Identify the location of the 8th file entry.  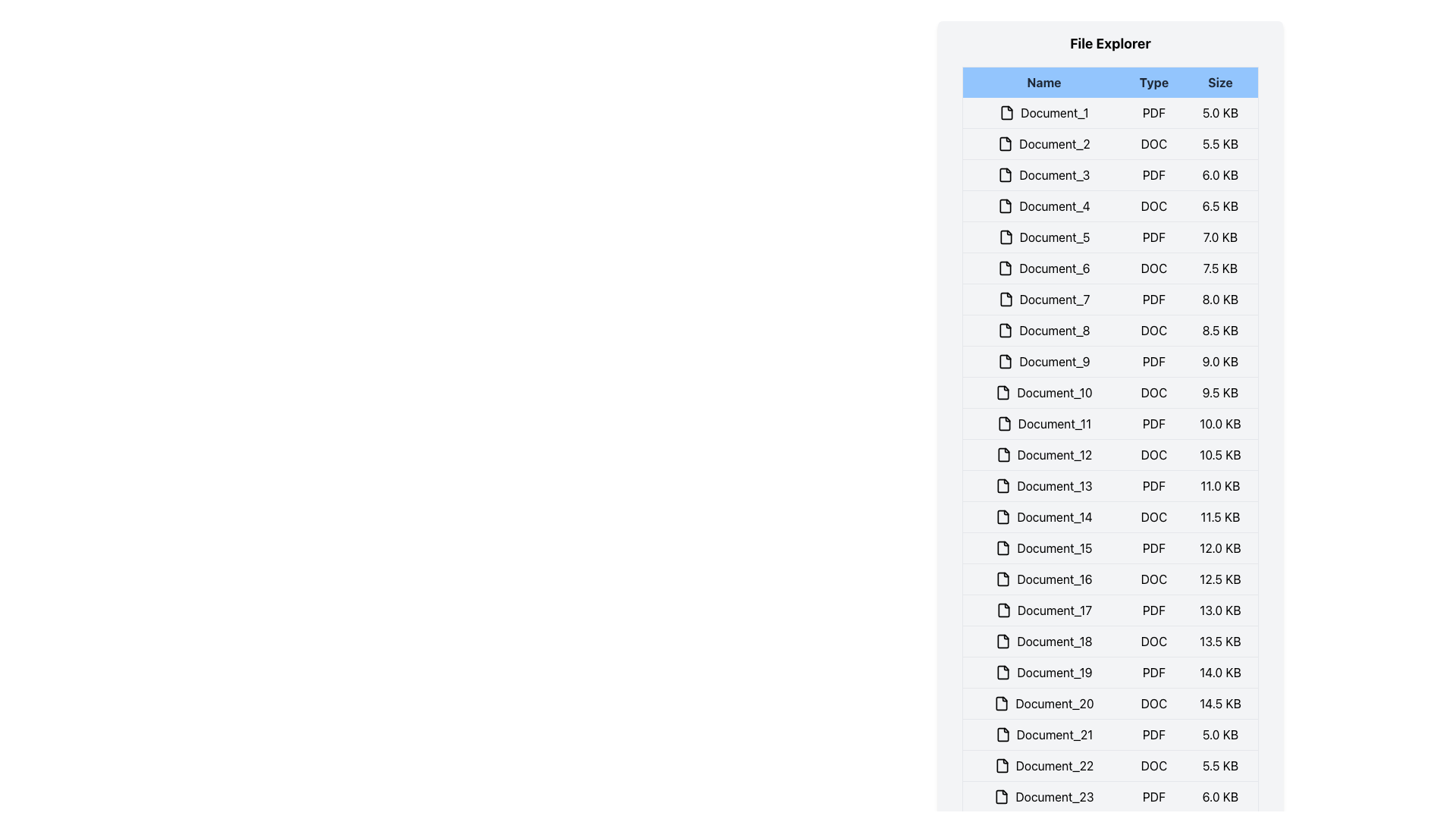
(1110, 329).